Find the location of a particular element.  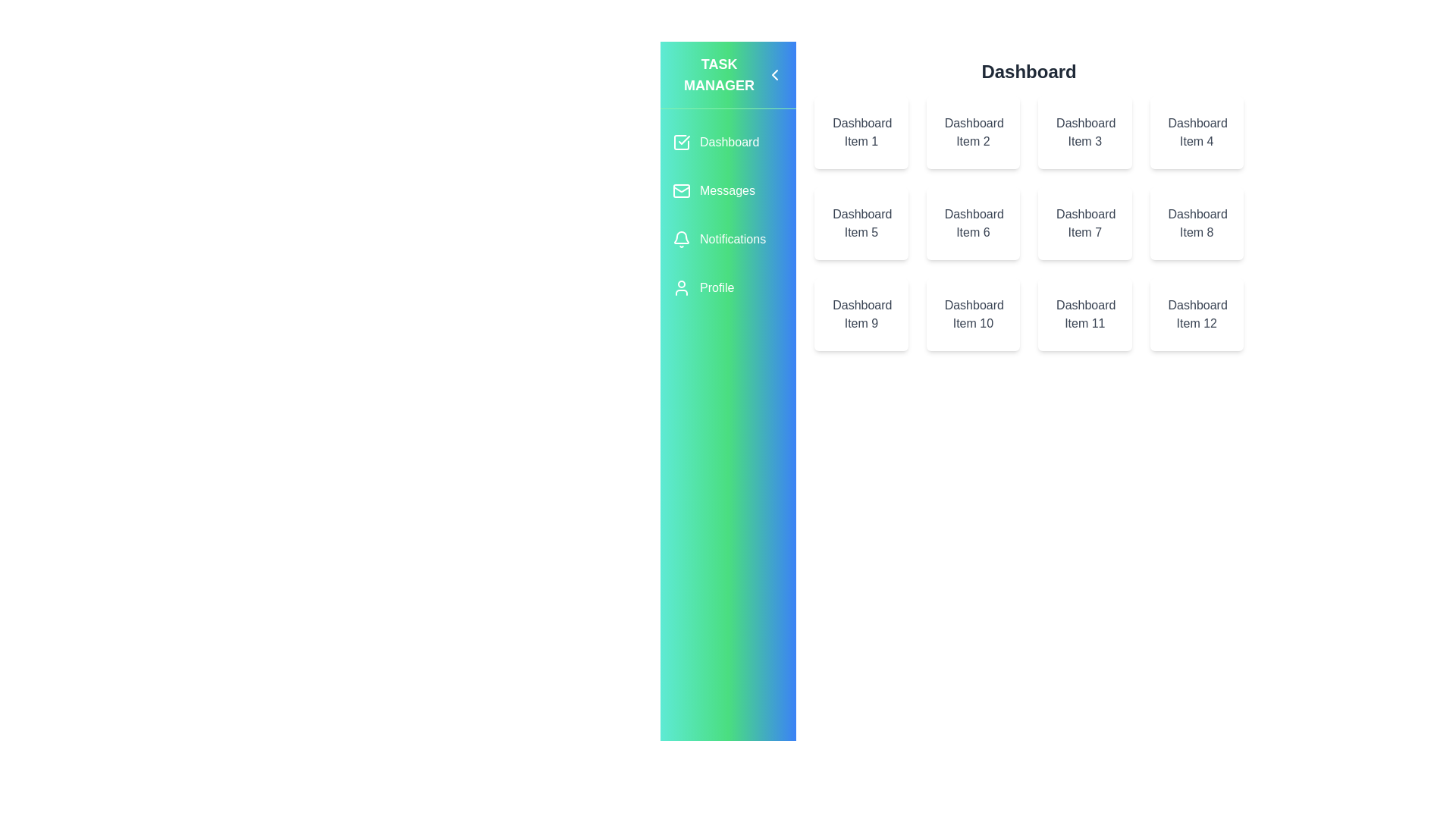

the Messages section in the sidebar is located at coordinates (728, 190).